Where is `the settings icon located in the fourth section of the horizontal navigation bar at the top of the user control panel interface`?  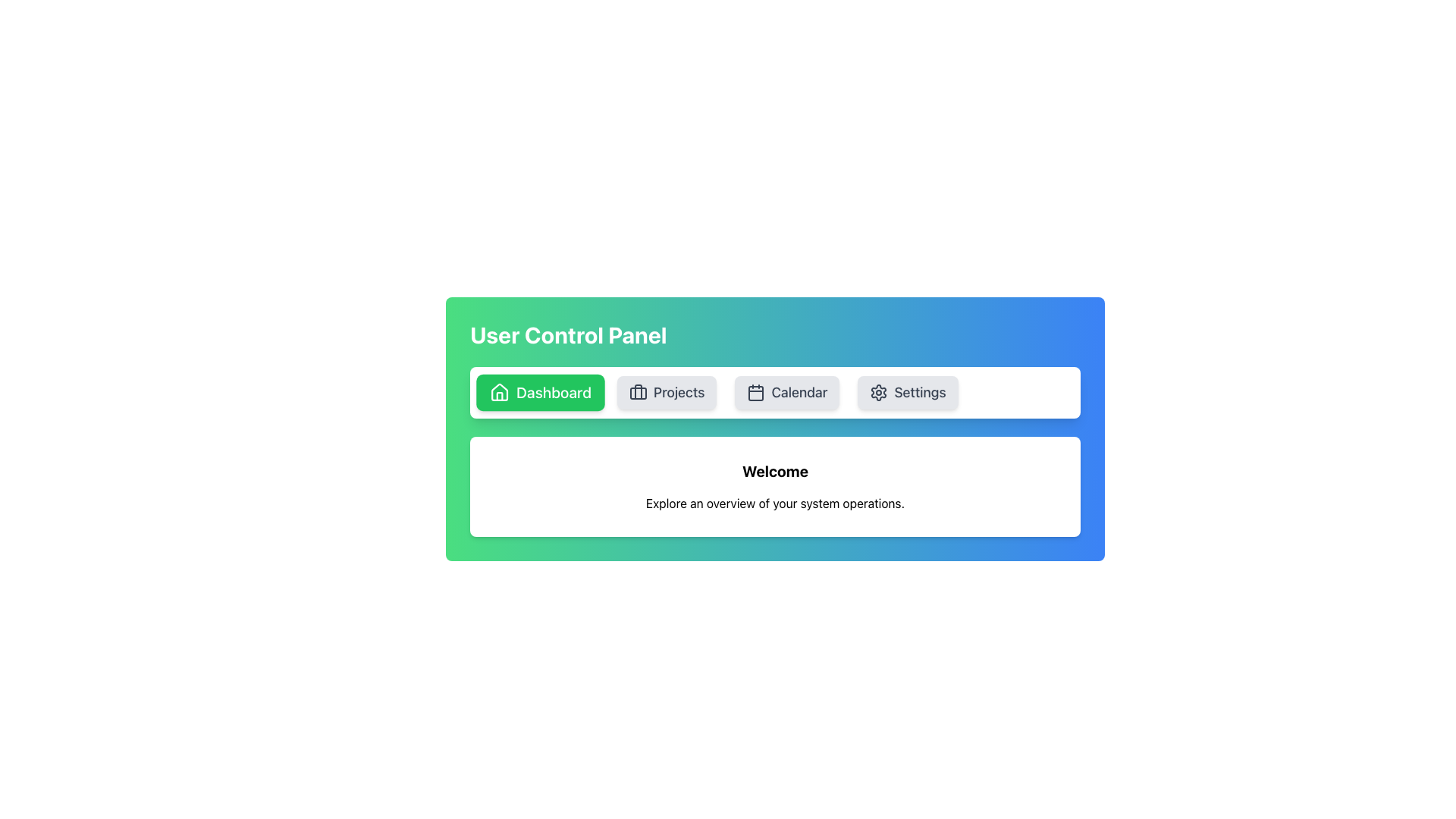 the settings icon located in the fourth section of the horizontal navigation bar at the top of the user control panel interface is located at coordinates (879, 391).